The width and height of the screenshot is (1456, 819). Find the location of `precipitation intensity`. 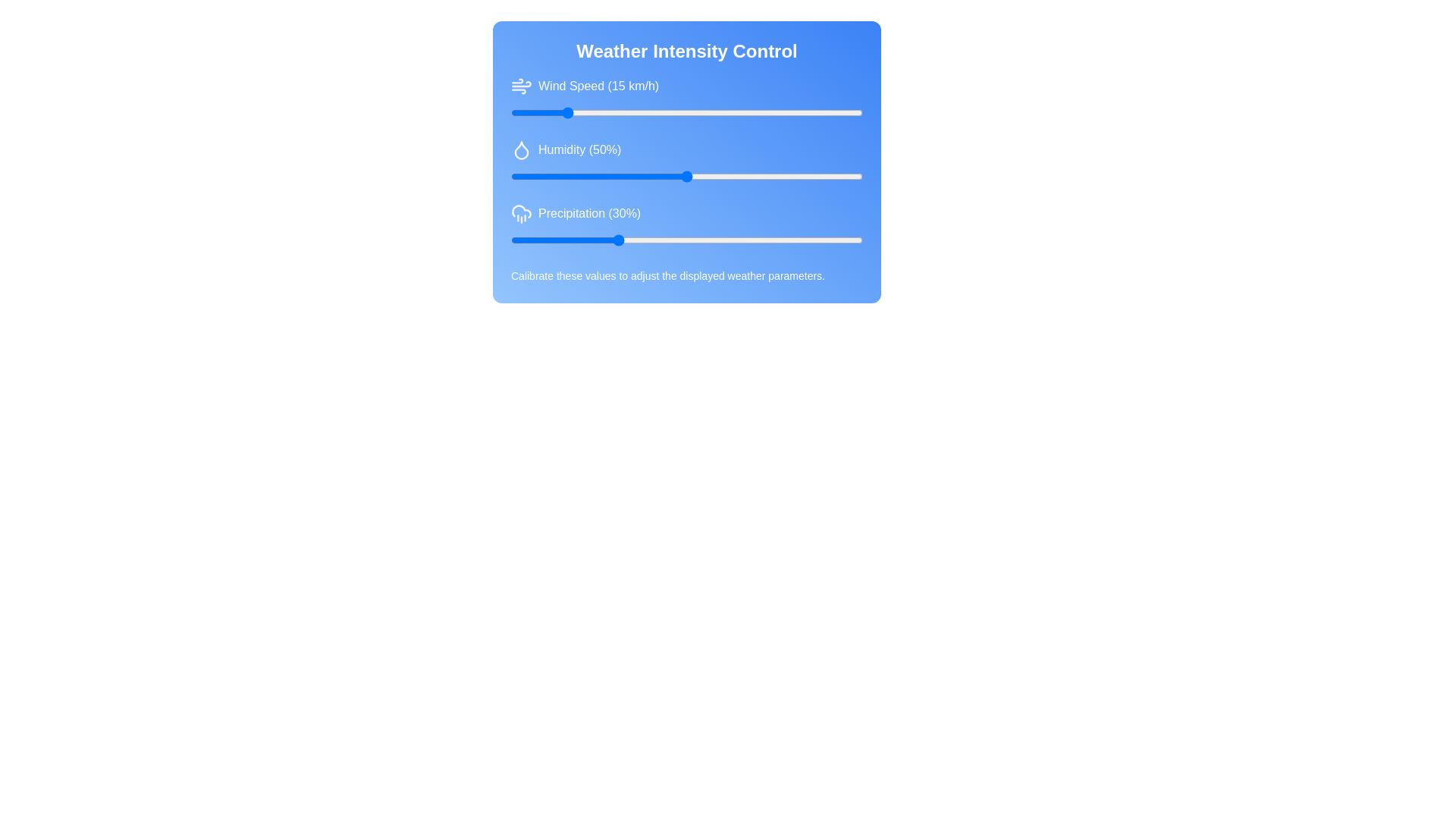

precipitation intensity is located at coordinates (518, 239).